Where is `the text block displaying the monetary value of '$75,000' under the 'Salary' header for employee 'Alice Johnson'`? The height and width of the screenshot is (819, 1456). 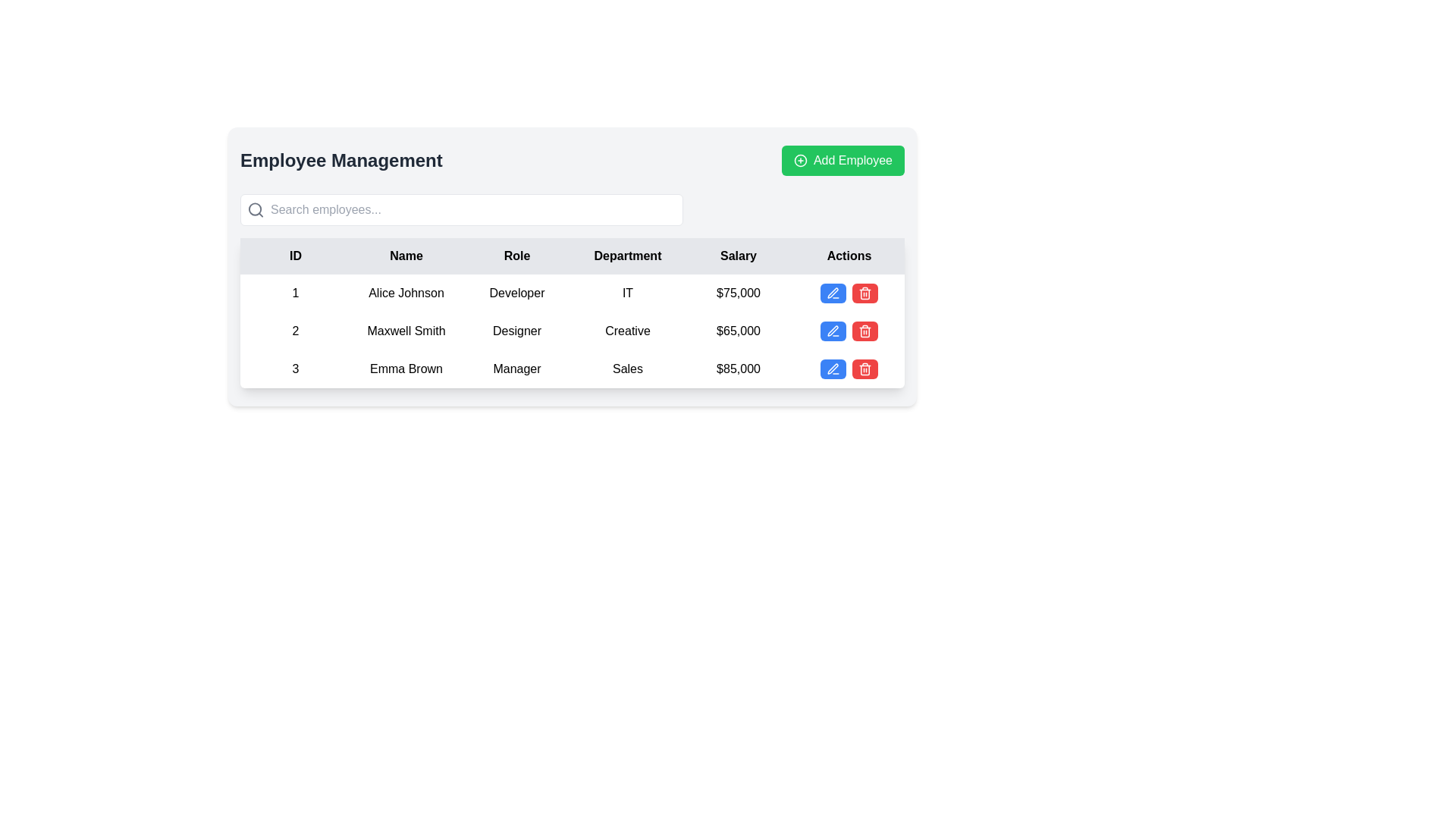 the text block displaying the monetary value of '$75,000' under the 'Salary' header for employee 'Alice Johnson' is located at coordinates (739, 293).